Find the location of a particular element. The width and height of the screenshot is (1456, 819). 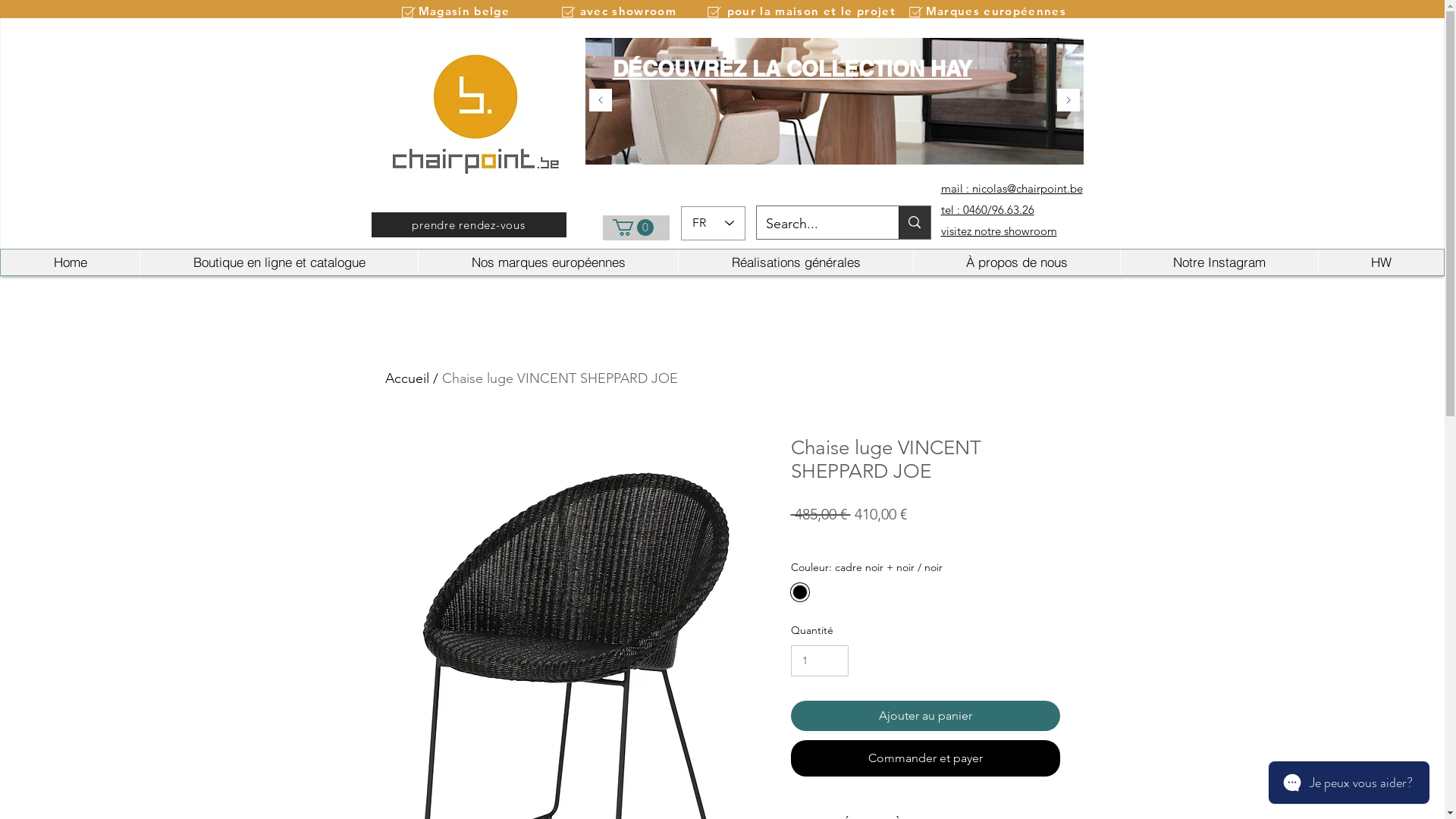

'HW' is located at coordinates (1380, 262).